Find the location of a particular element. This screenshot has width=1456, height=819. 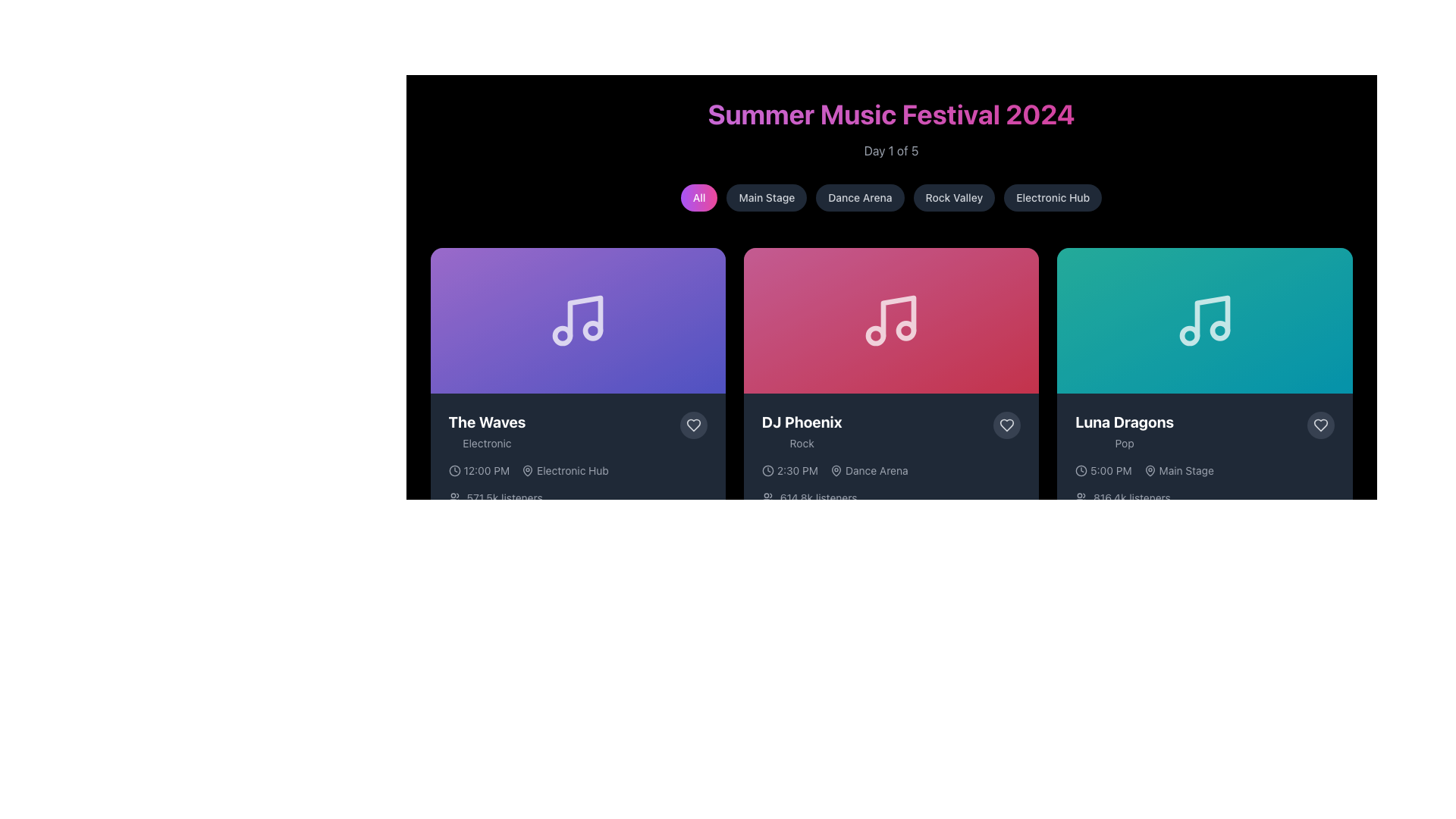

the decorative circle element that symbolizes music-related content, located within the musical note icon at the center of the top section of the third card in the event listings row is located at coordinates (1219, 330).